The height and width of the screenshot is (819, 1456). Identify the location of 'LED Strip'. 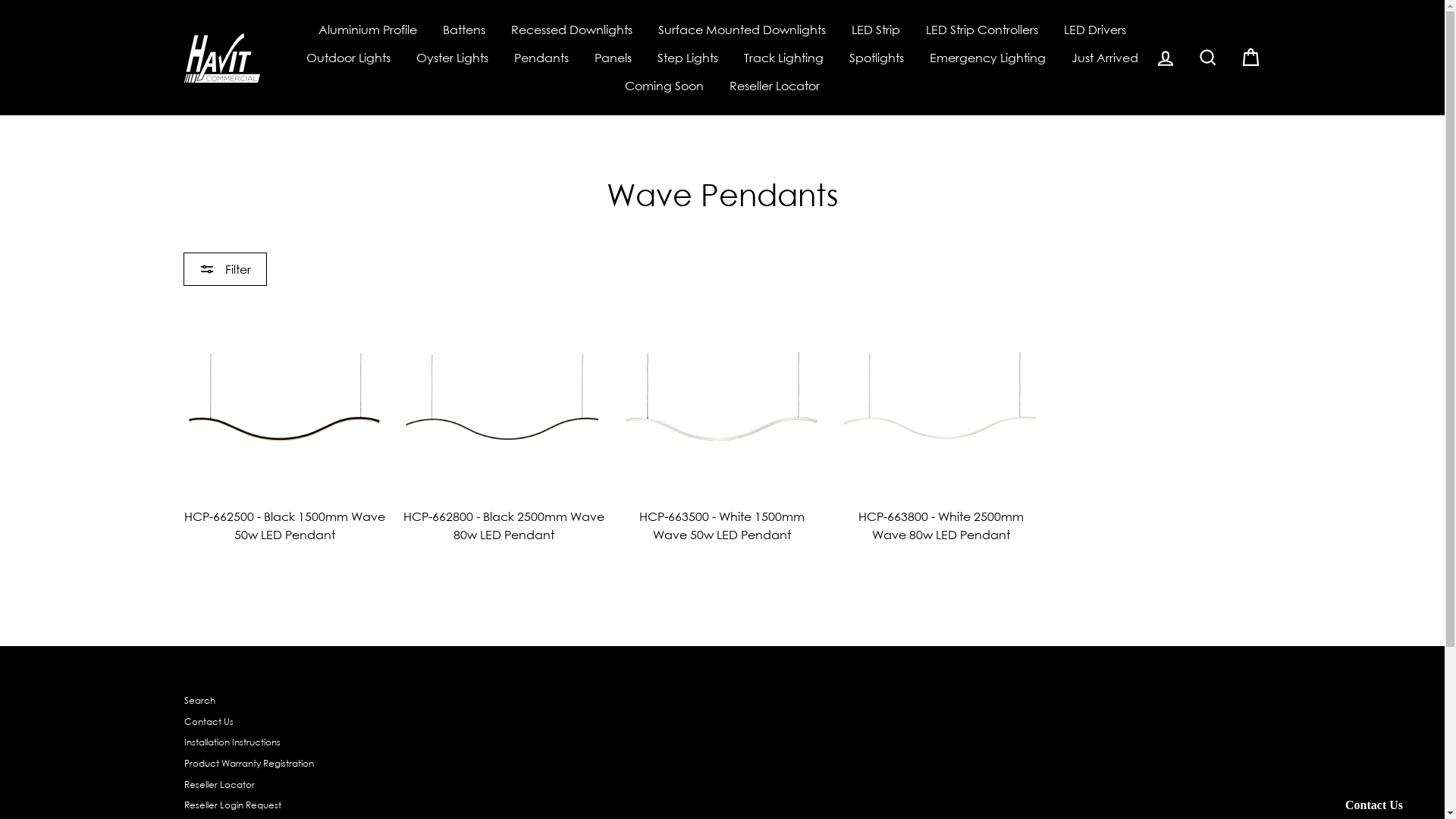
(876, 29).